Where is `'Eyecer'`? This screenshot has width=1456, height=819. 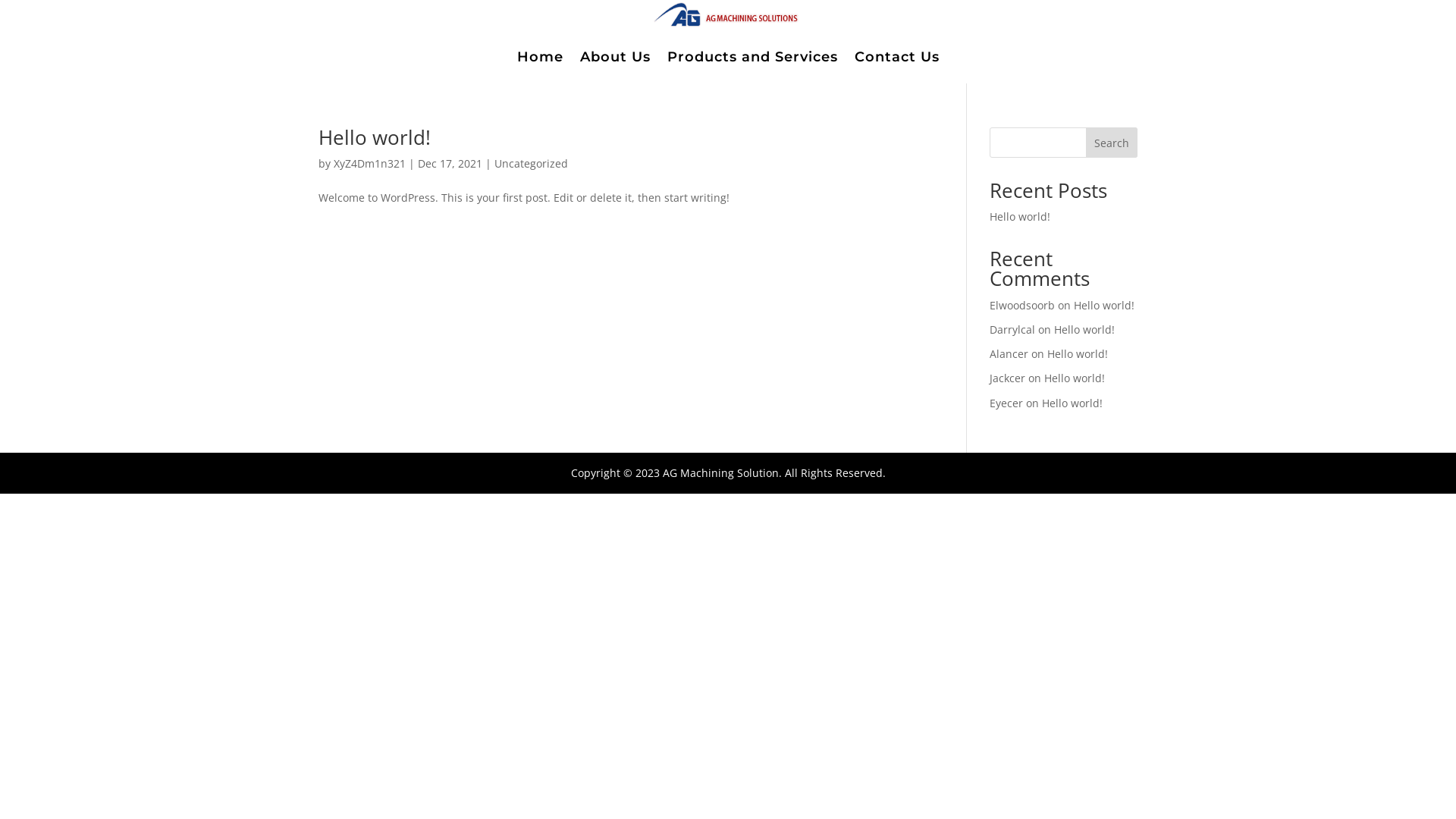 'Eyecer' is located at coordinates (1006, 402).